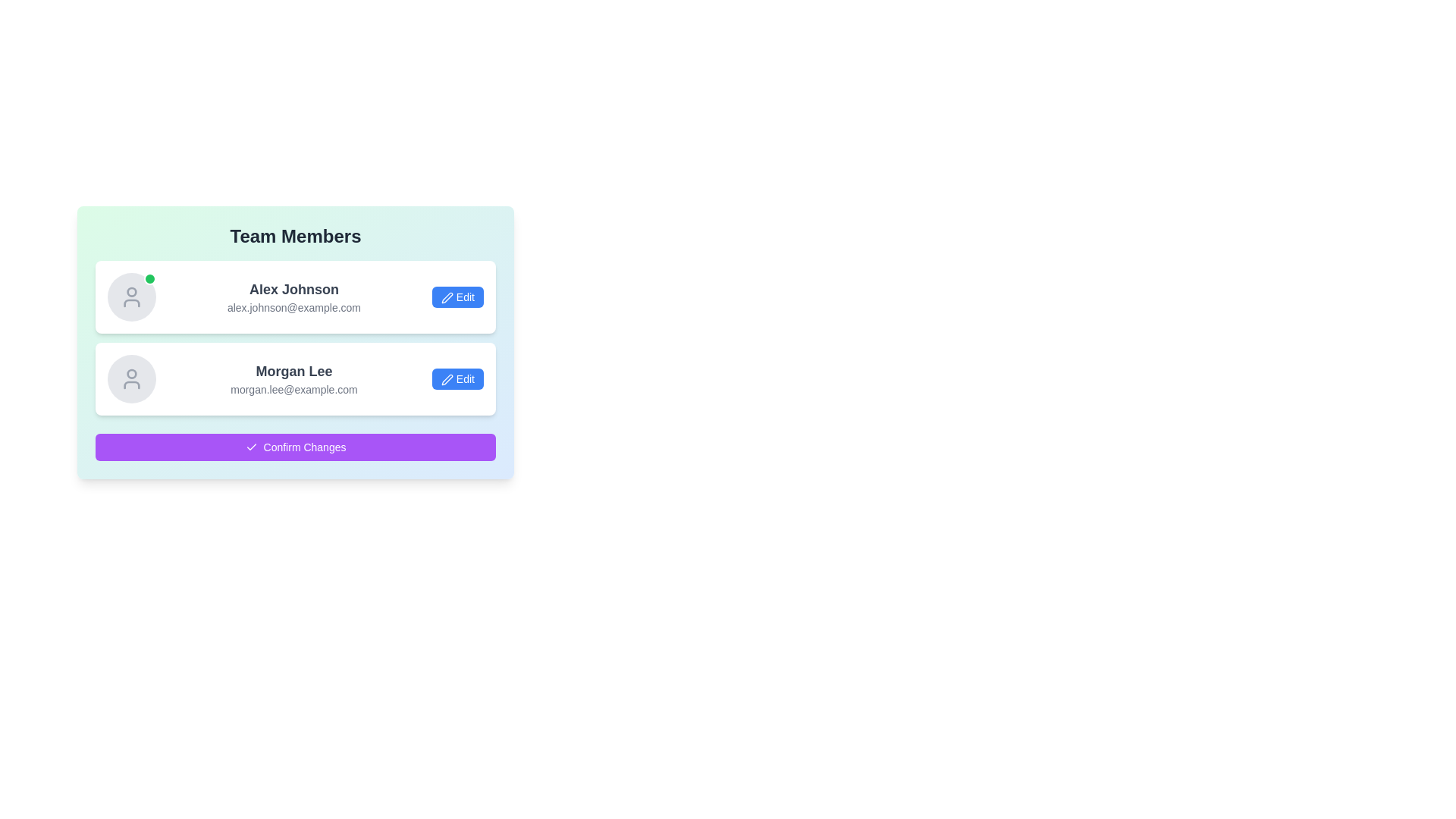  What do you see at coordinates (294, 371) in the screenshot?
I see `the text 'Morgan Lee' for copying from the text label above the email address in the team member section` at bounding box center [294, 371].